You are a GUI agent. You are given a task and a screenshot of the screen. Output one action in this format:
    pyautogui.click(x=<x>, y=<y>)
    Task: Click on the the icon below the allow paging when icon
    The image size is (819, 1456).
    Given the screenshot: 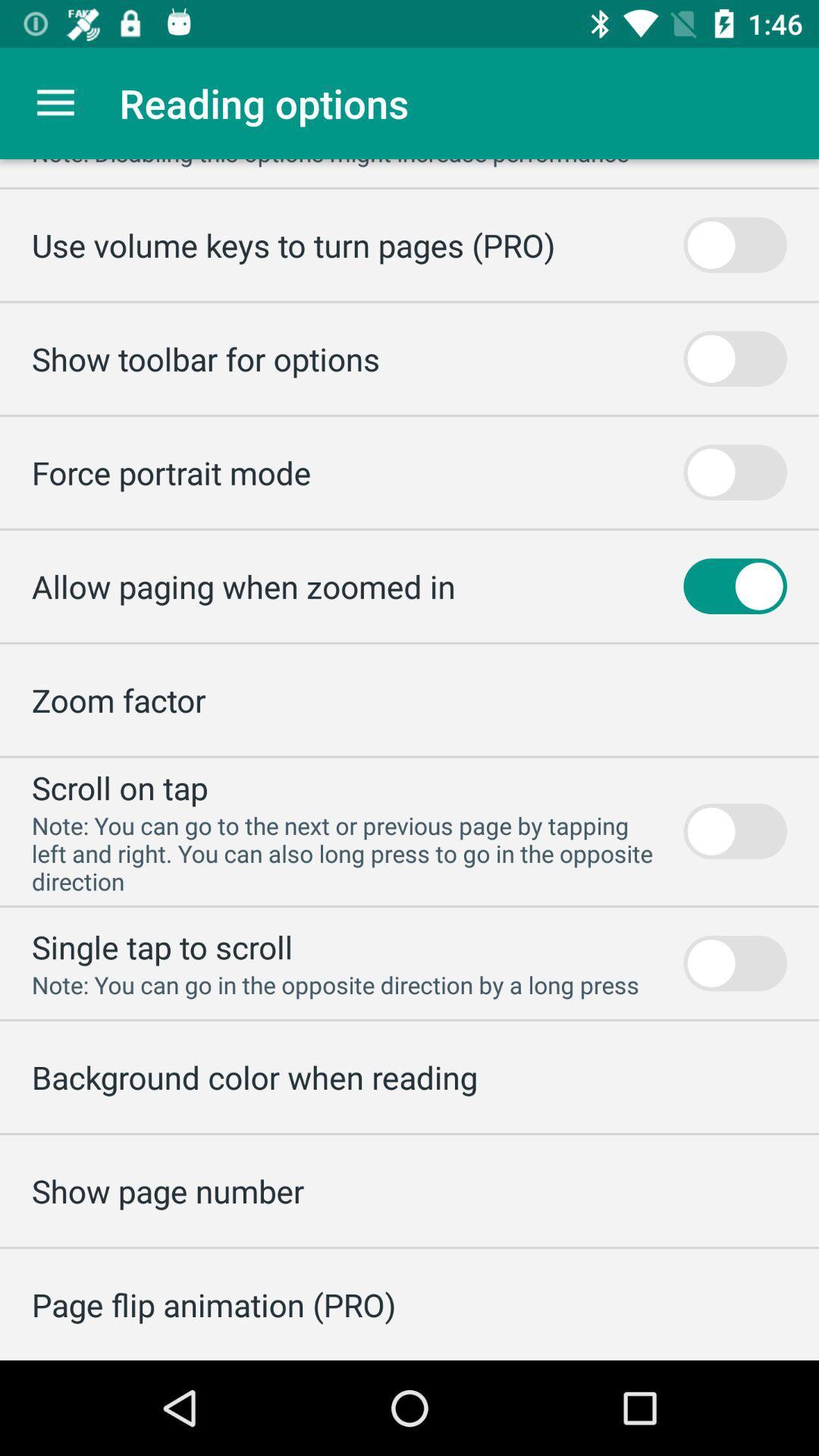 What is the action you would take?
    pyautogui.click(x=118, y=699)
    